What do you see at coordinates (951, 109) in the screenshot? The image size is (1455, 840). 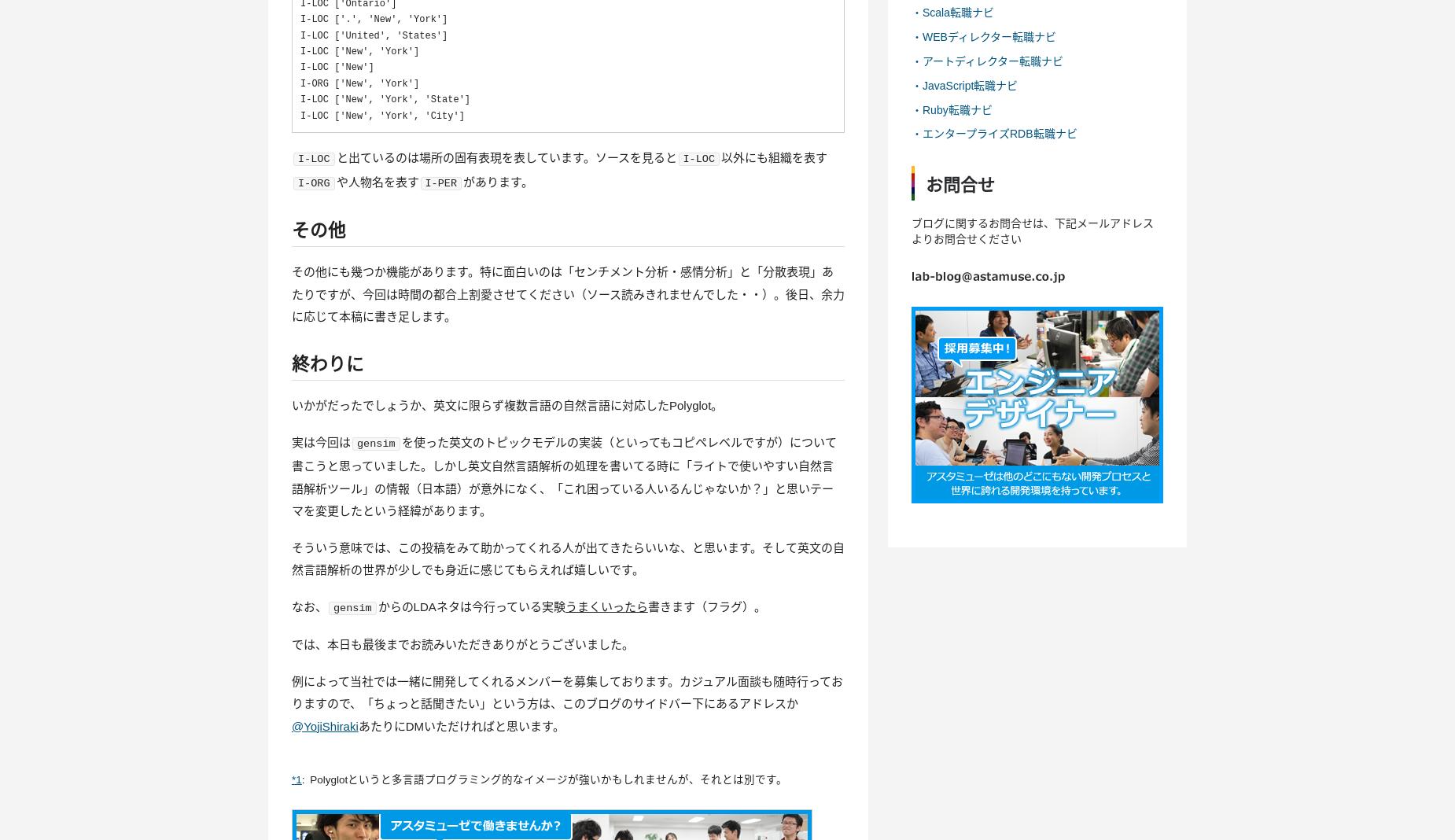 I see `'・Ruby転職ナビ'` at bounding box center [951, 109].